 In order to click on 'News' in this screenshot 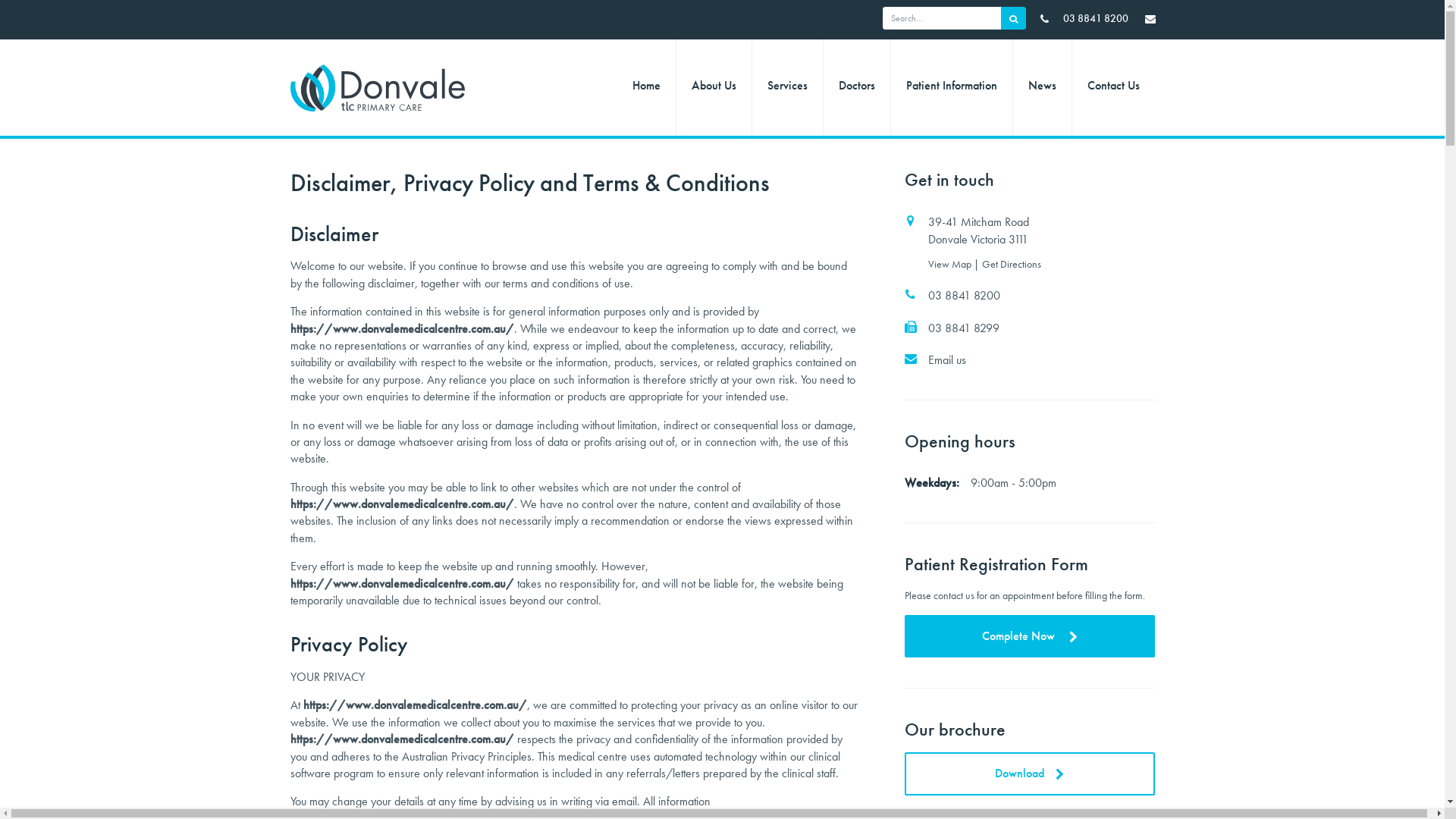, I will do `click(1041, 87)`.